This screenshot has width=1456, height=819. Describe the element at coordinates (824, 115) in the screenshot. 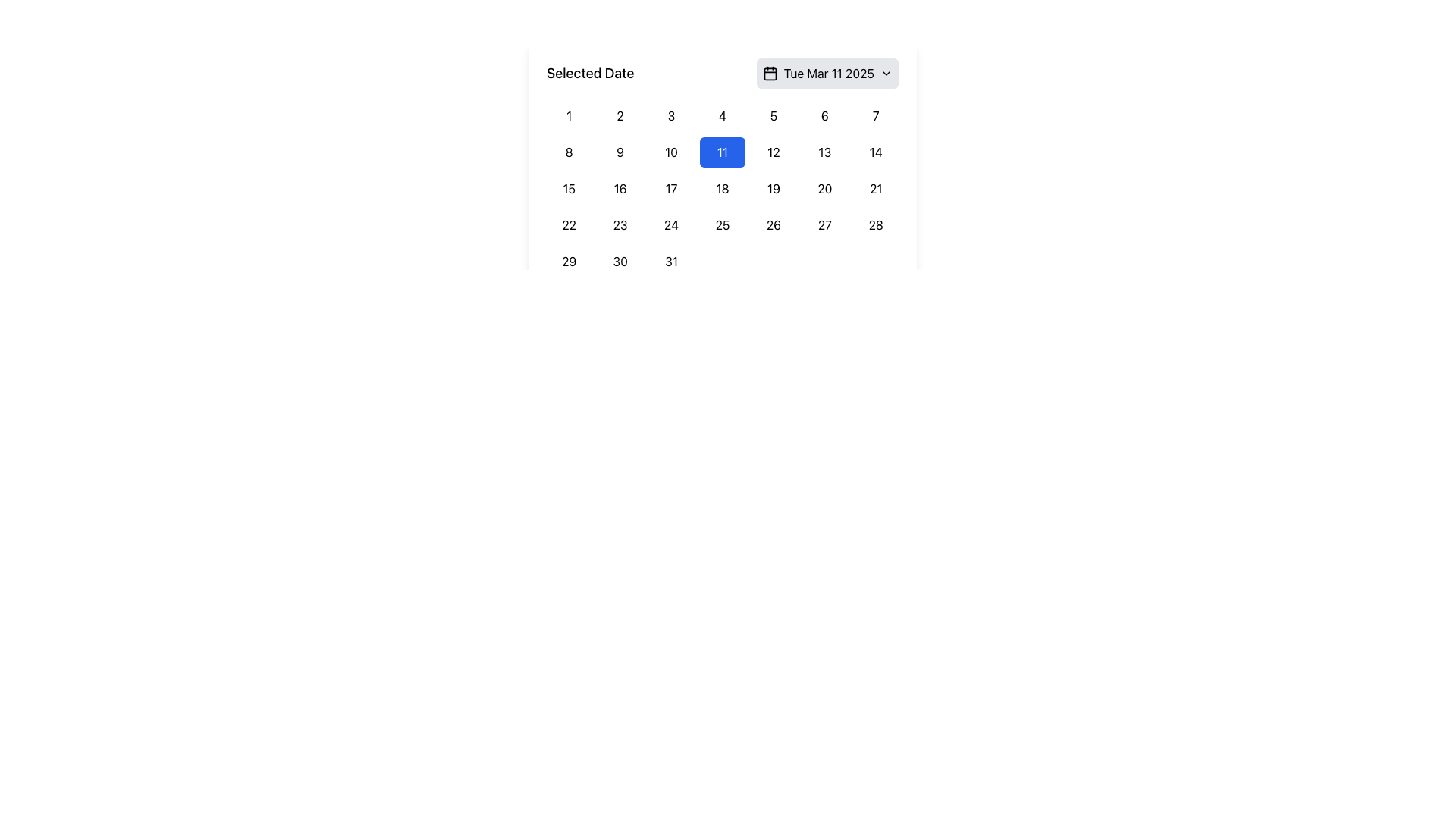

I see `the date '6' button in the calendar grid` at that location.